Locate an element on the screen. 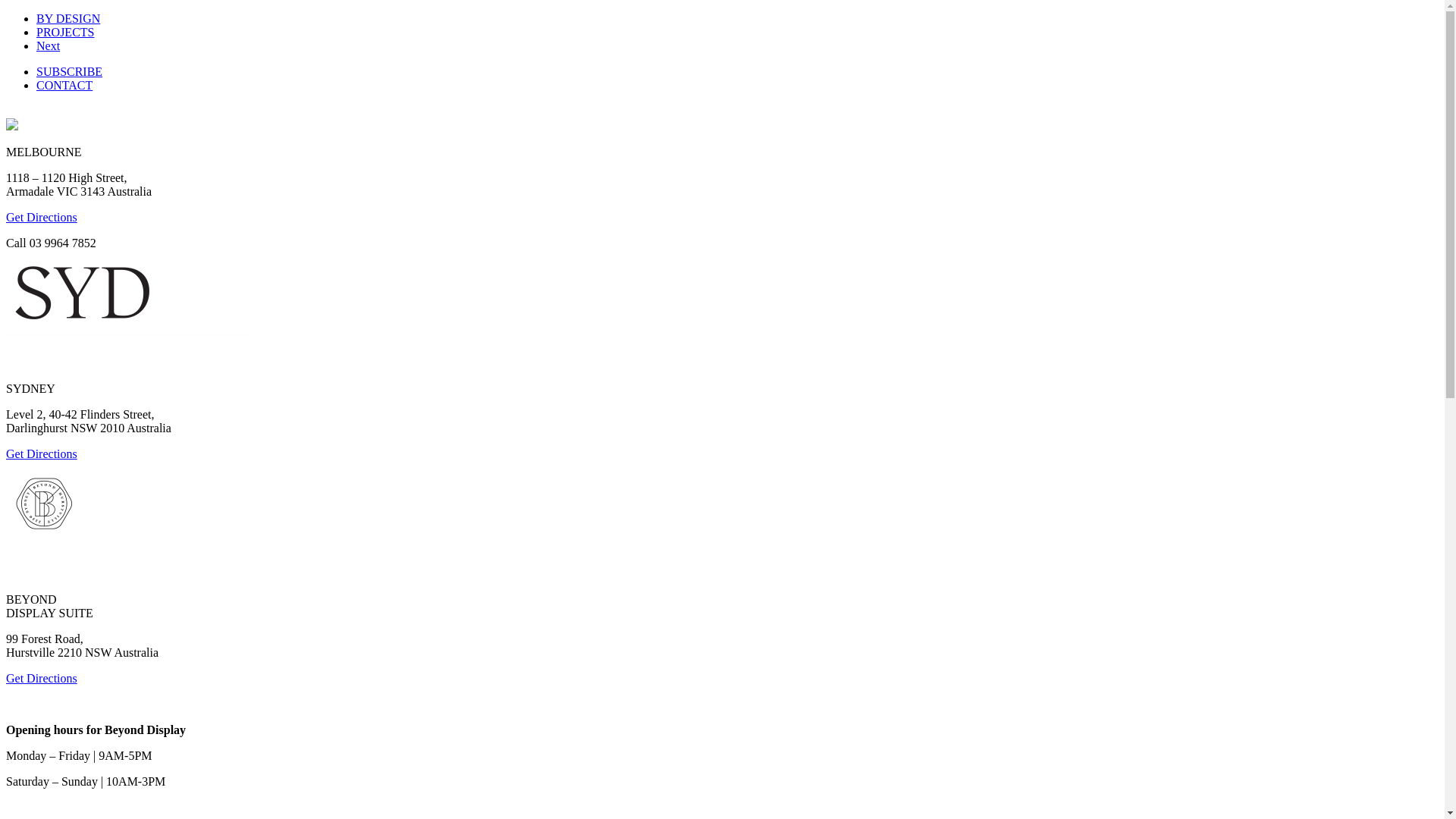 The image size is (1456, 819). 'Get Directions' is located at coordinates (41, 217).